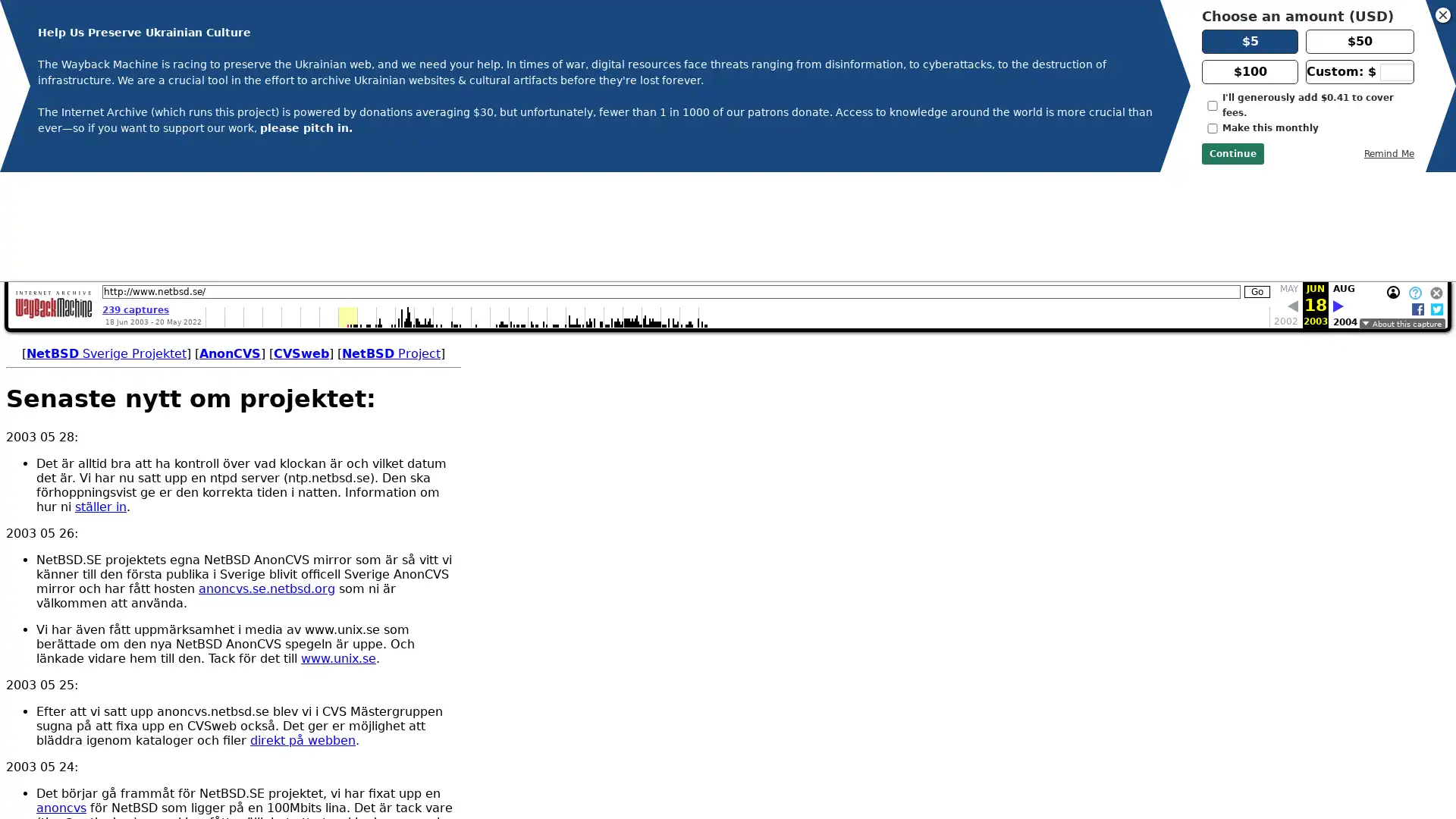 The image size is (1456, 819). I want to click on Go, so click(1257, 181).